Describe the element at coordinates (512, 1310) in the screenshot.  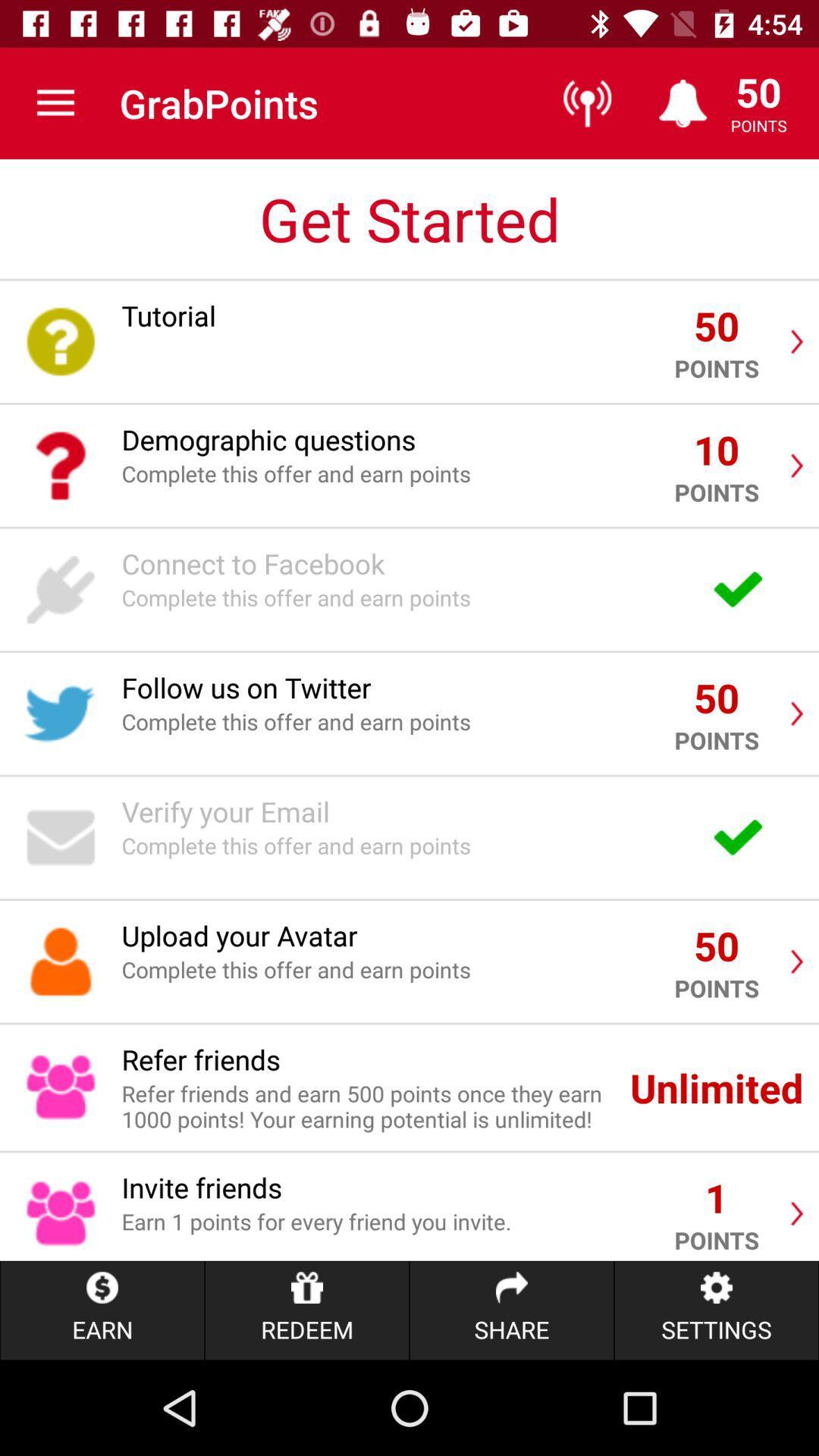
I see `icon to the left of the settings item` at that location.